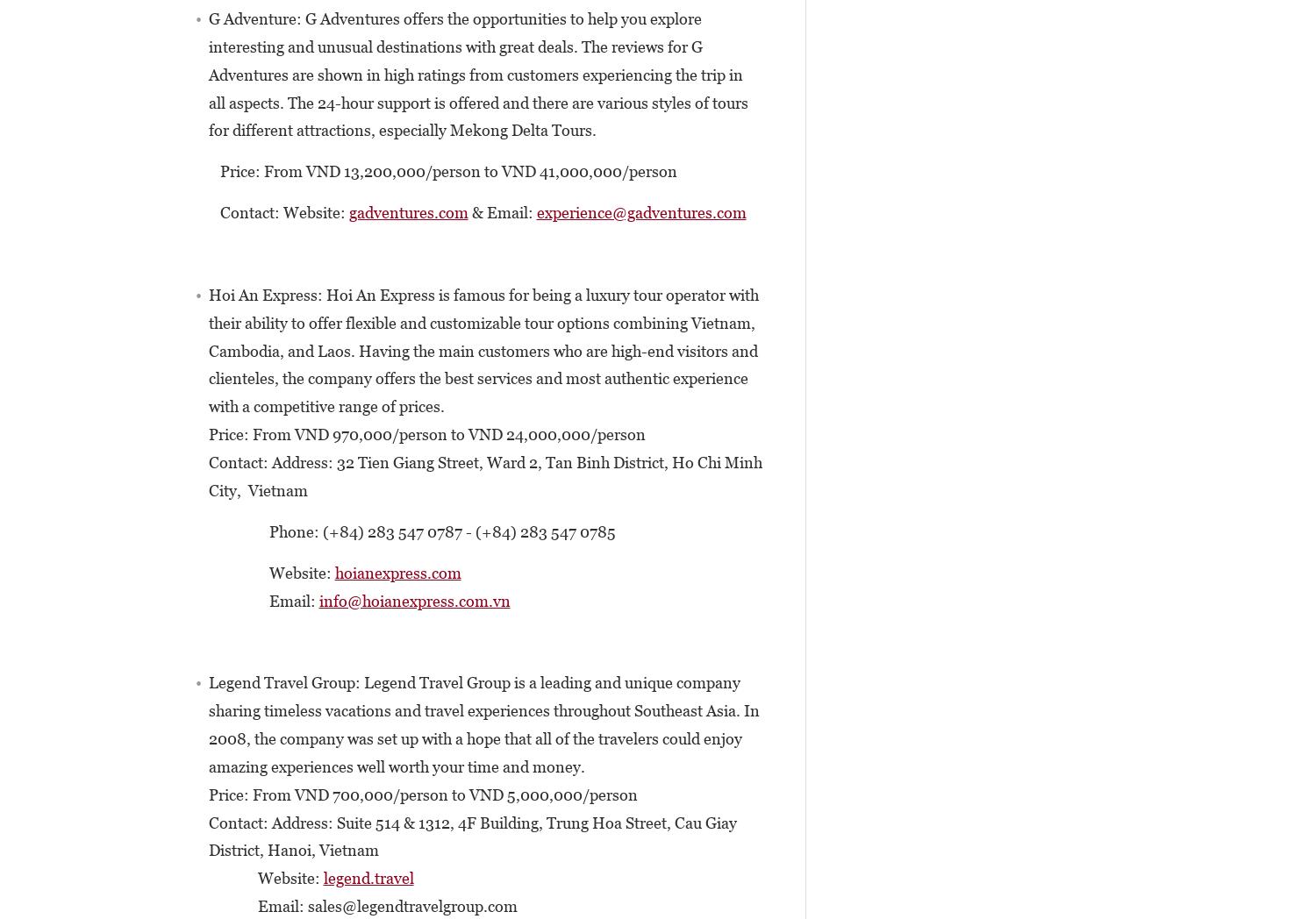 This screenshot has width=1316, height=919. I want to click on 'info@hoianexpress.com.vn', so click(413, 600).